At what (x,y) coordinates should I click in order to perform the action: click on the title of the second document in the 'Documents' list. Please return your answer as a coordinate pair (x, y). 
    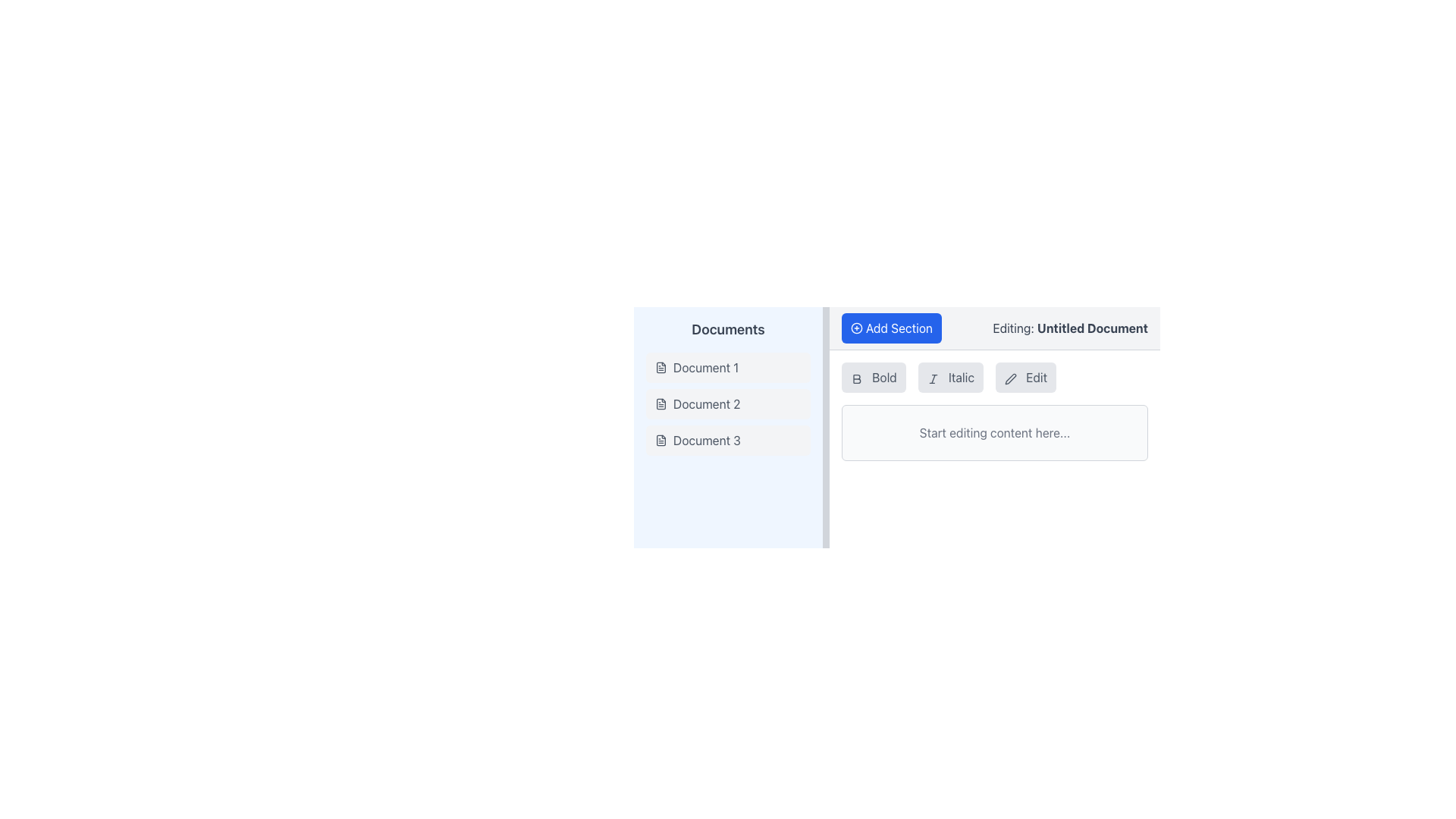
    Looking at the image, I should click on (706, 403).